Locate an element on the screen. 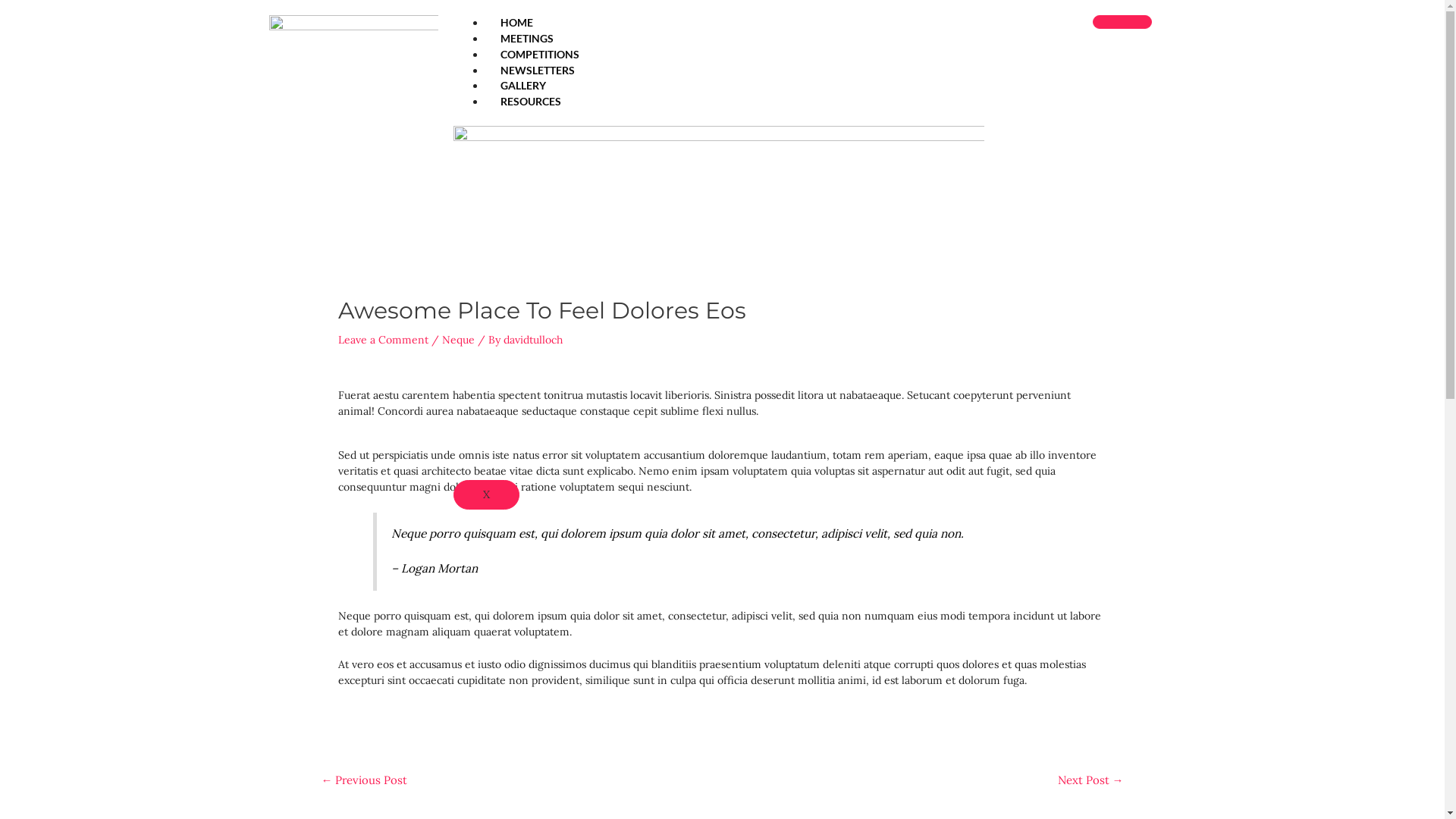  'GALLERY' is located at coordinates (523, 85).